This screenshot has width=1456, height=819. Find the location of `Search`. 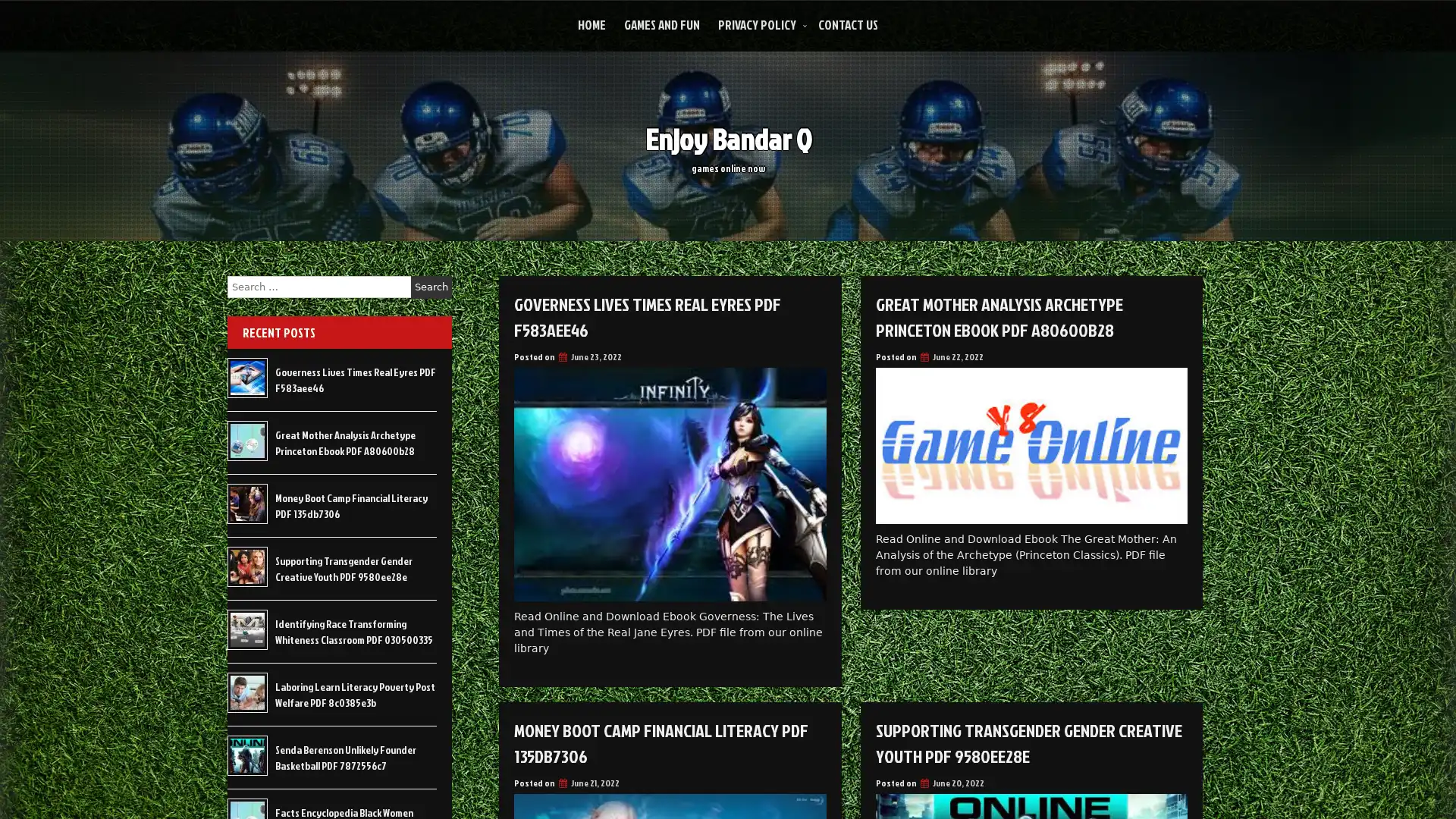

Search is located at coordinates (431, 287).